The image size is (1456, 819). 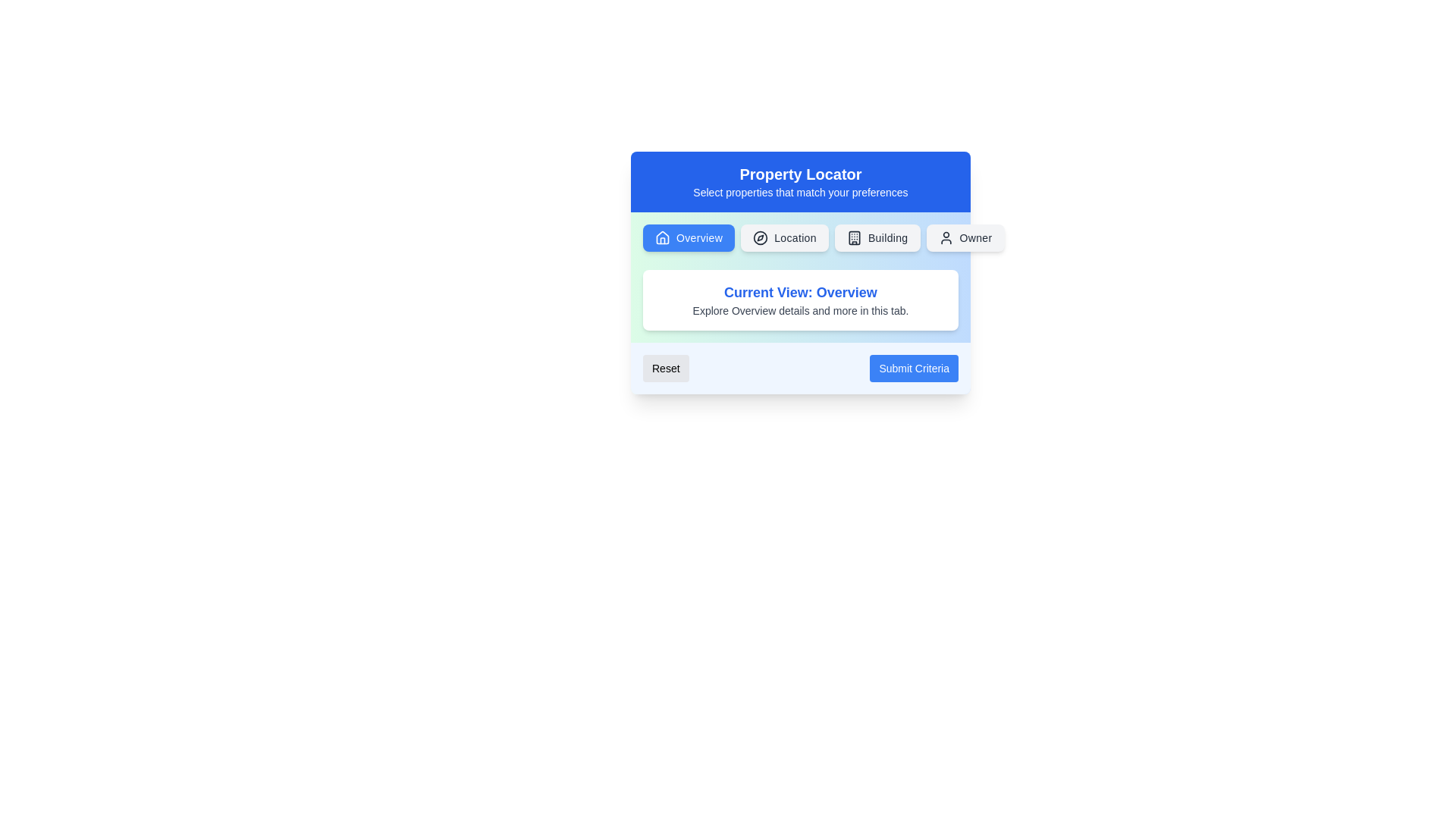 What do you see at coordinates (800, 309) in the screenshot?
I see `the static text that says 'Explore Overview details and more in this tab.', which is located beneath the header 'Current View: Overview.'` at bounding box center [800, 309].